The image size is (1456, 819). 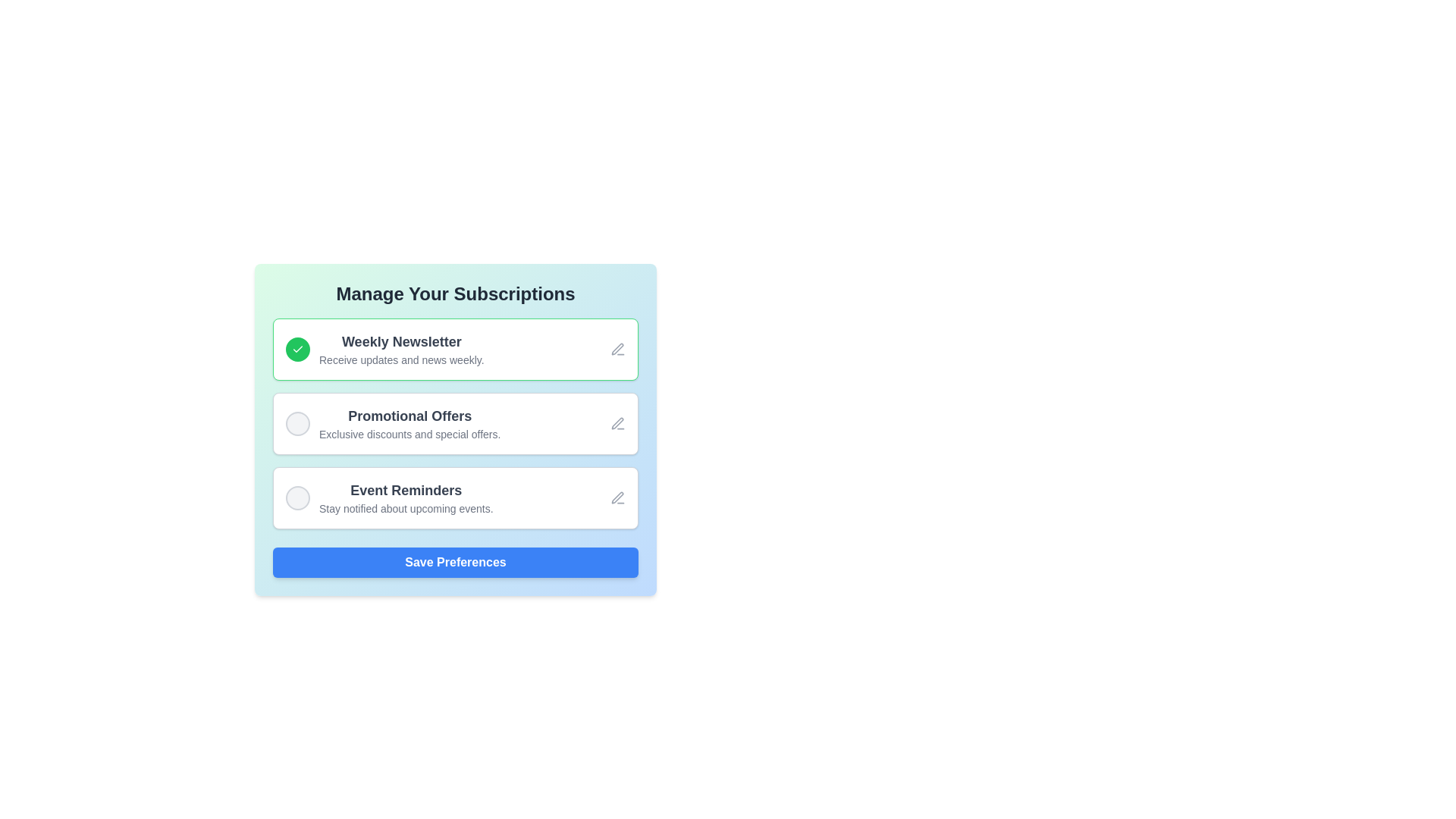 What do you see at coordinates (384, 350) in the screenshot?
I see `the subscription option for the weekly newsletter` at bounding box center [384, 350].